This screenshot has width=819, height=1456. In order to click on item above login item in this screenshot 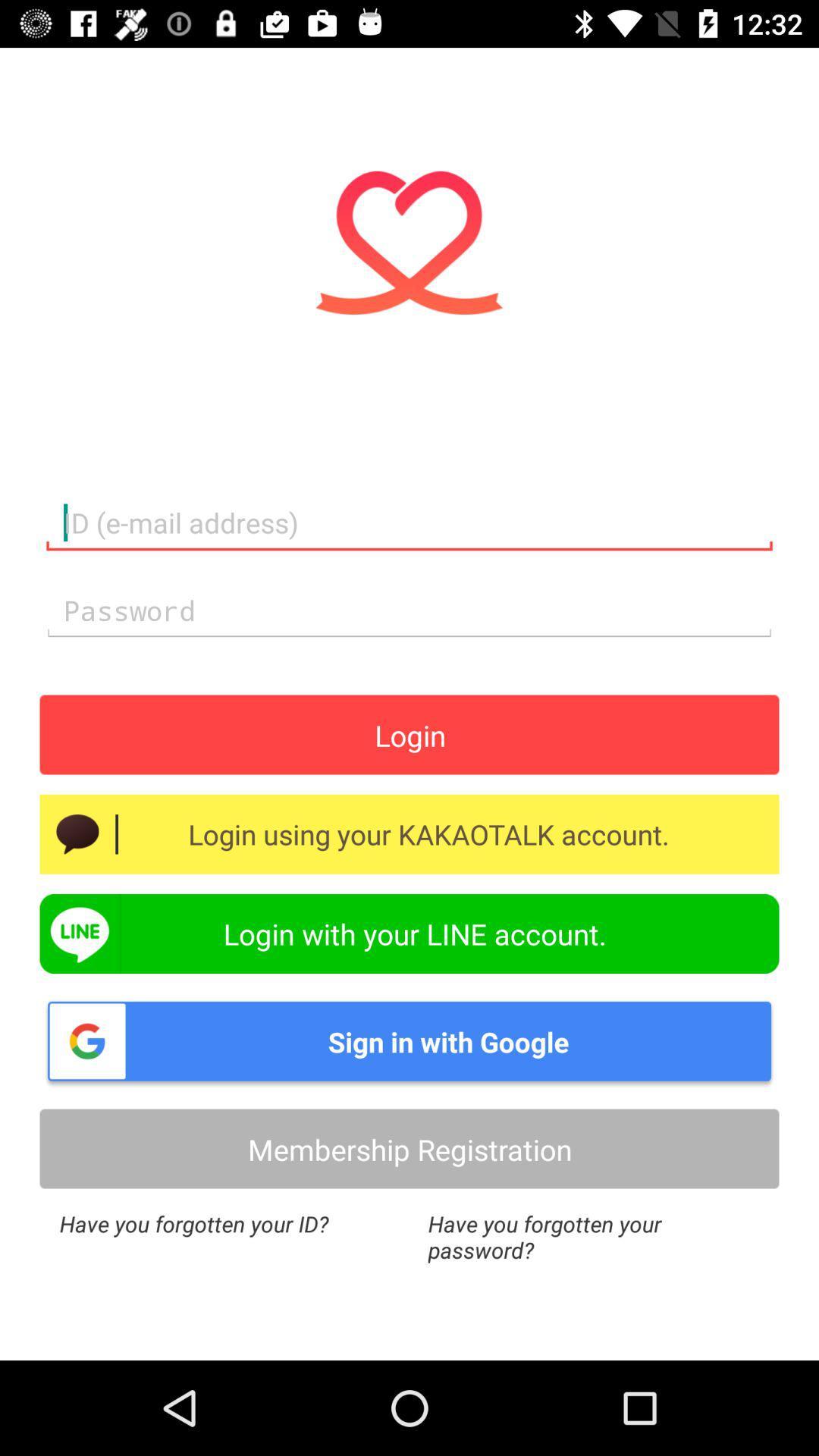, I will do `click(409, 610)`.